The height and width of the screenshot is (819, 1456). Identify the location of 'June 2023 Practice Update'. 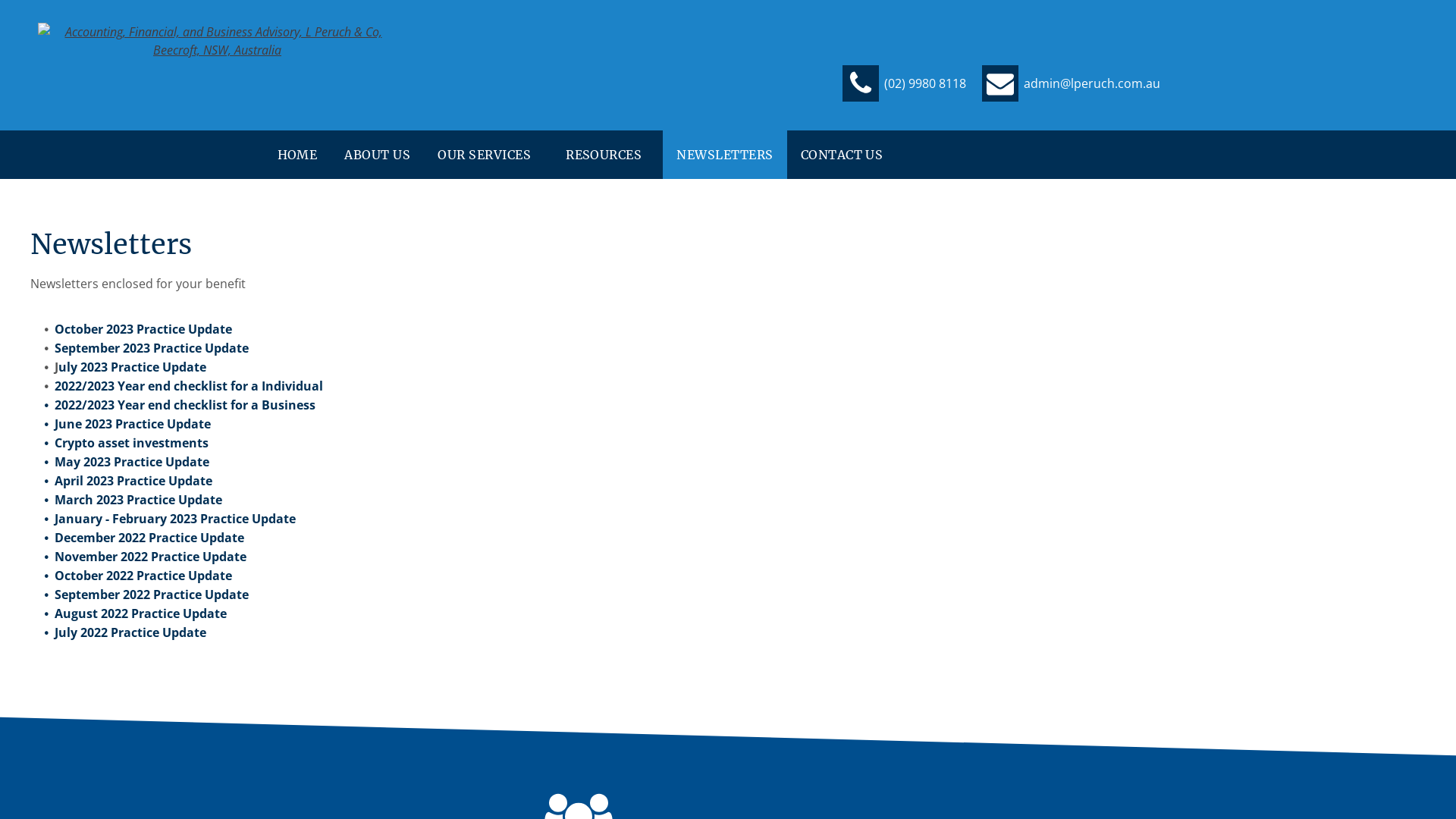
(132, 424).